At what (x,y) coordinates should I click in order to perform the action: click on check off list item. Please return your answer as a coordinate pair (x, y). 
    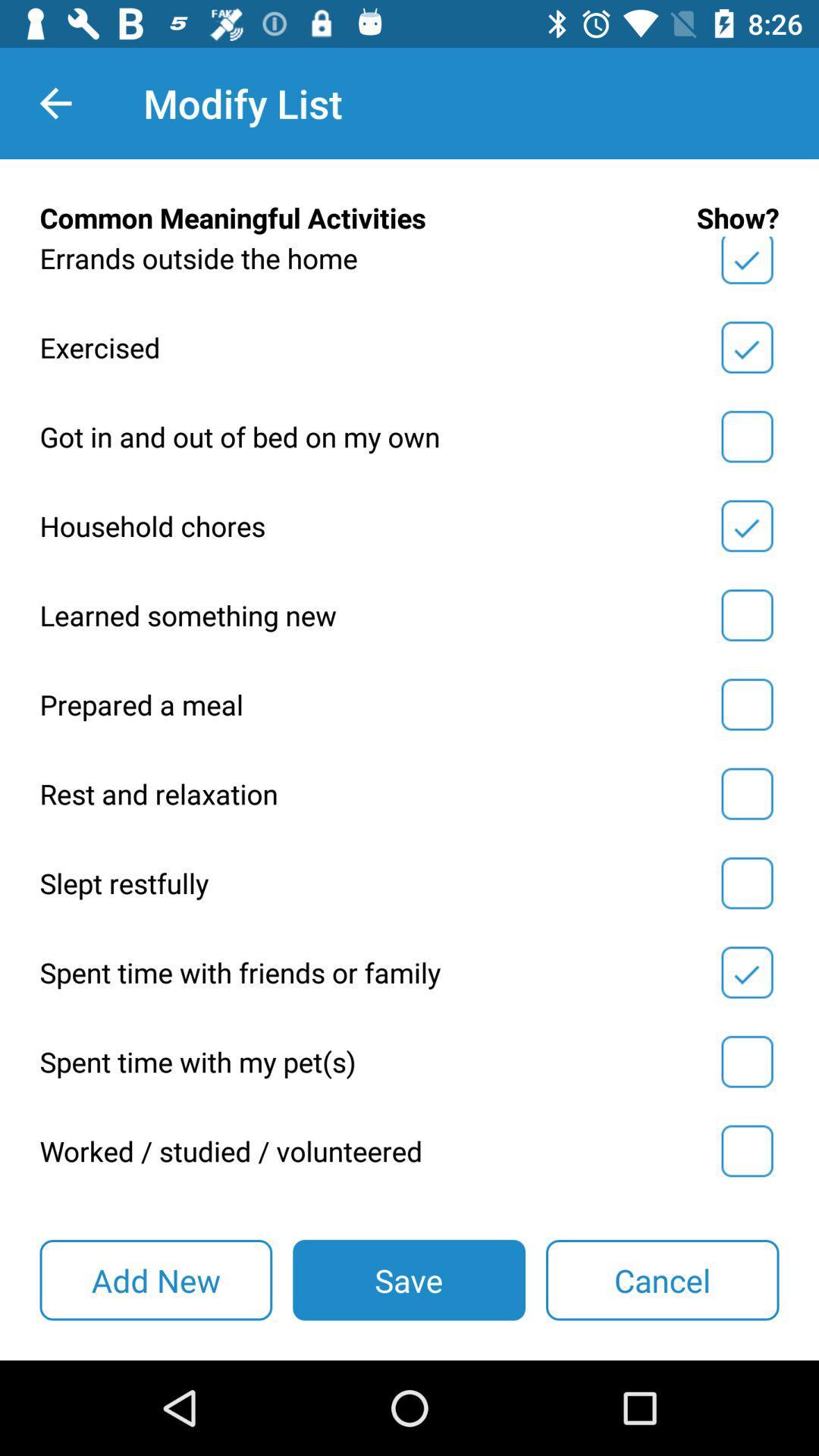
    Looking at the image, I should click on (746, 436).